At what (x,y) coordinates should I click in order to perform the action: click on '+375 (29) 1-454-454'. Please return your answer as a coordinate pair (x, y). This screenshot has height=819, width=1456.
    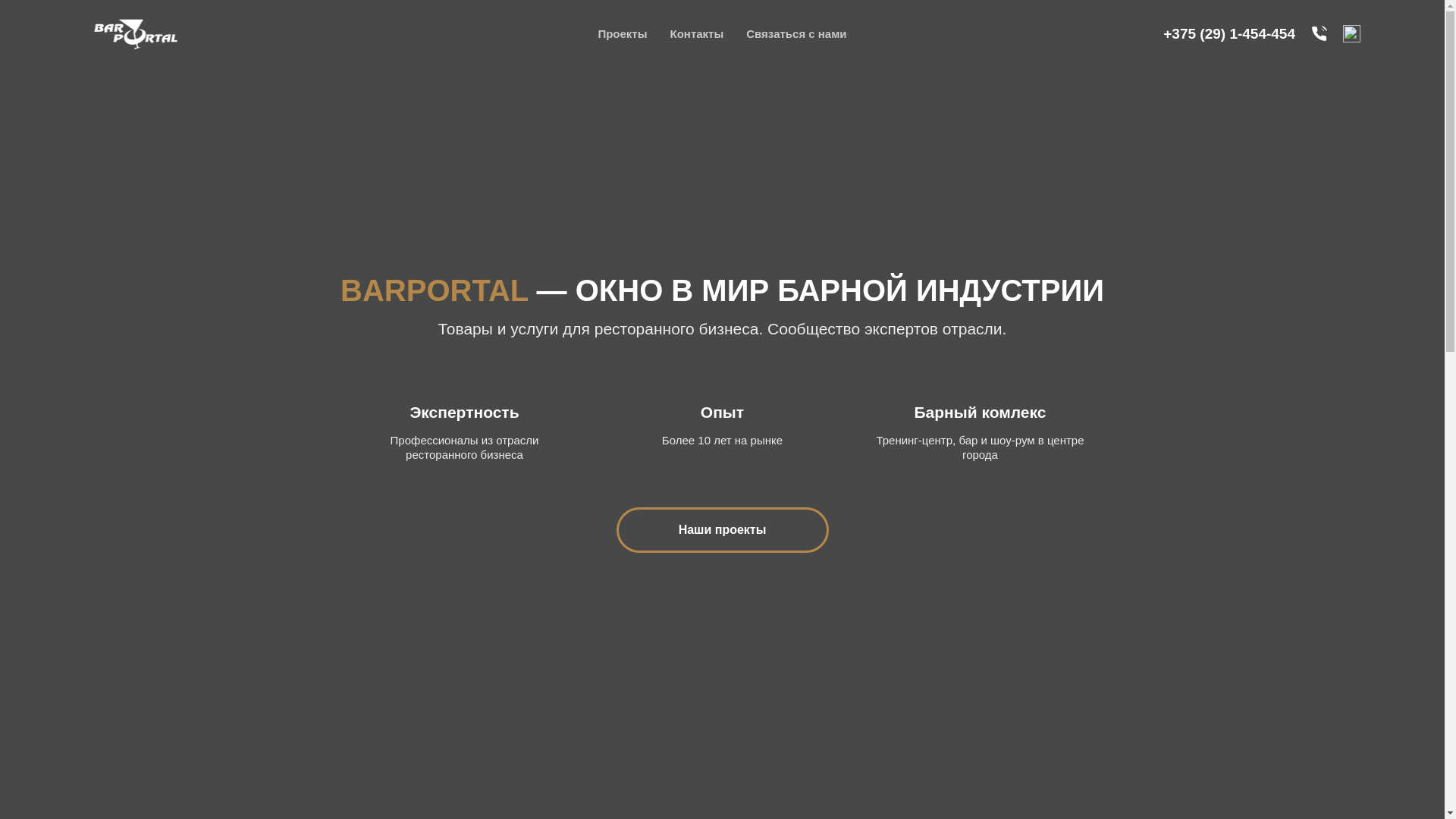
    Looking at the image, I should click on (1229, 33).